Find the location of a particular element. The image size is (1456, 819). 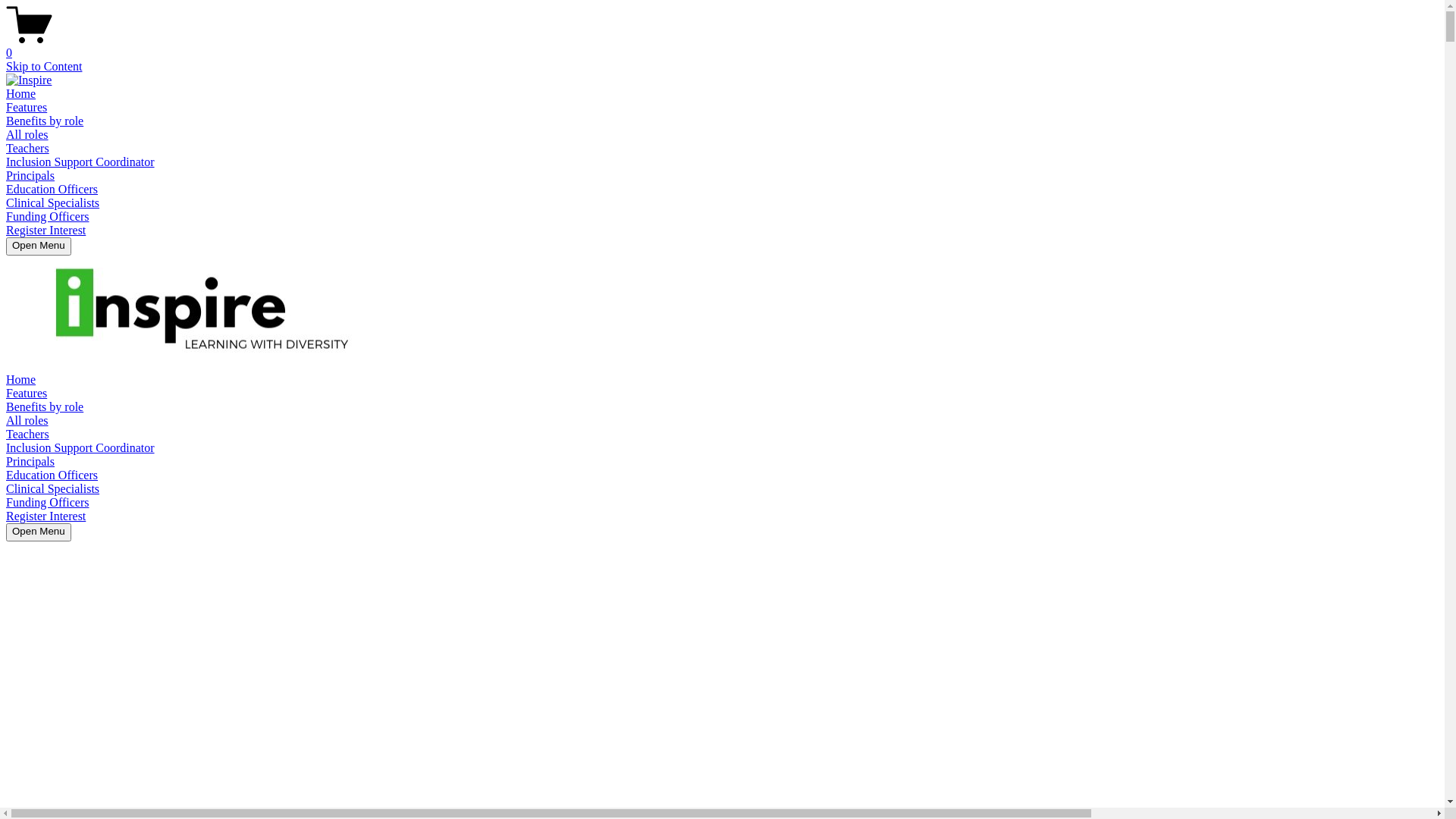

'Open Menu' is located at coordinates (39, 532).